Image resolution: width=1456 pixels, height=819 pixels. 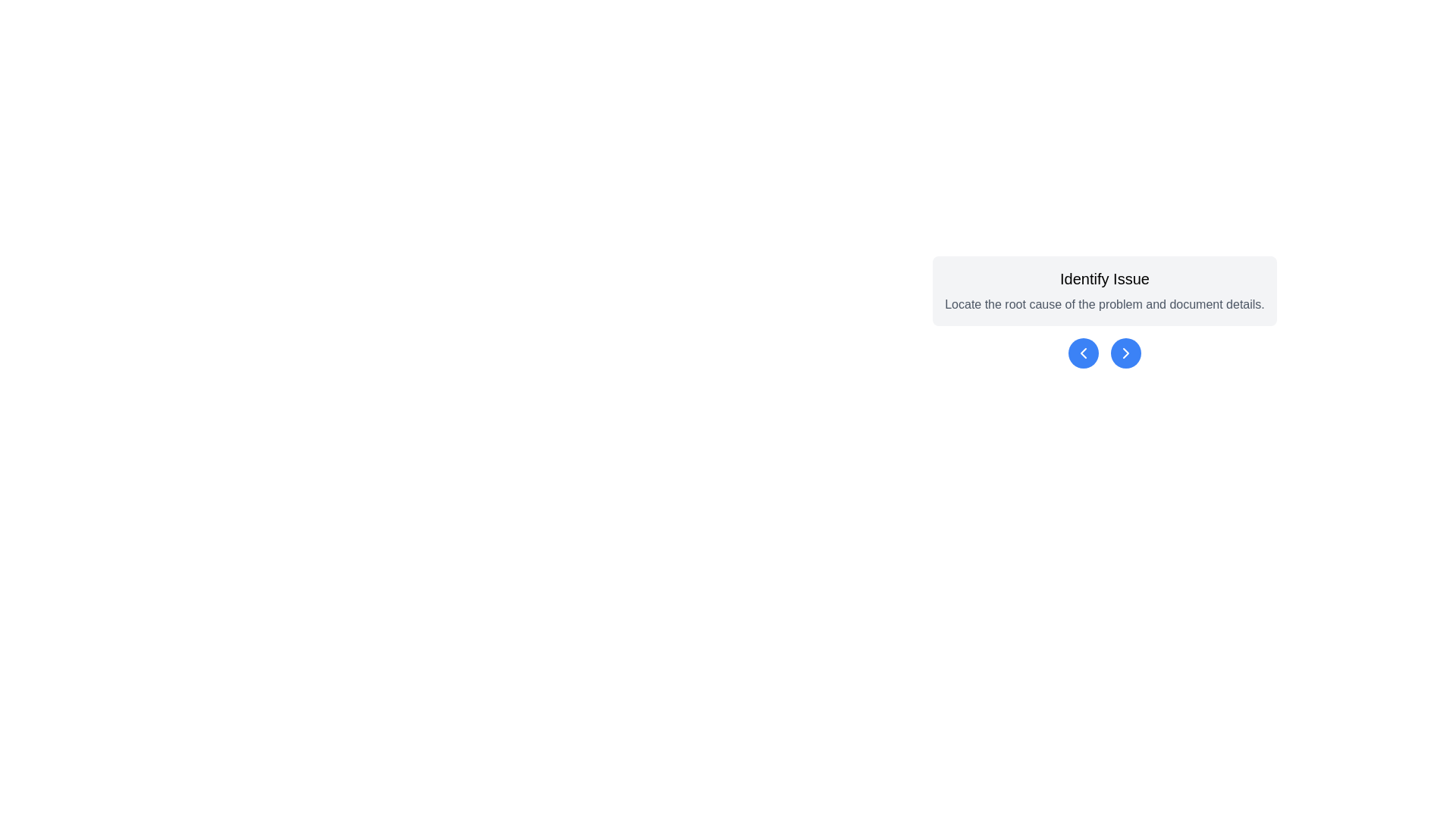 What do you see at coordinates (1104, 278) in the screenshot?
I see `the Text Label that serves as a header or title text, located at the top of a rounded rectangular card, summarizing the primary focus of the section` at bounding box center [1104, 278].